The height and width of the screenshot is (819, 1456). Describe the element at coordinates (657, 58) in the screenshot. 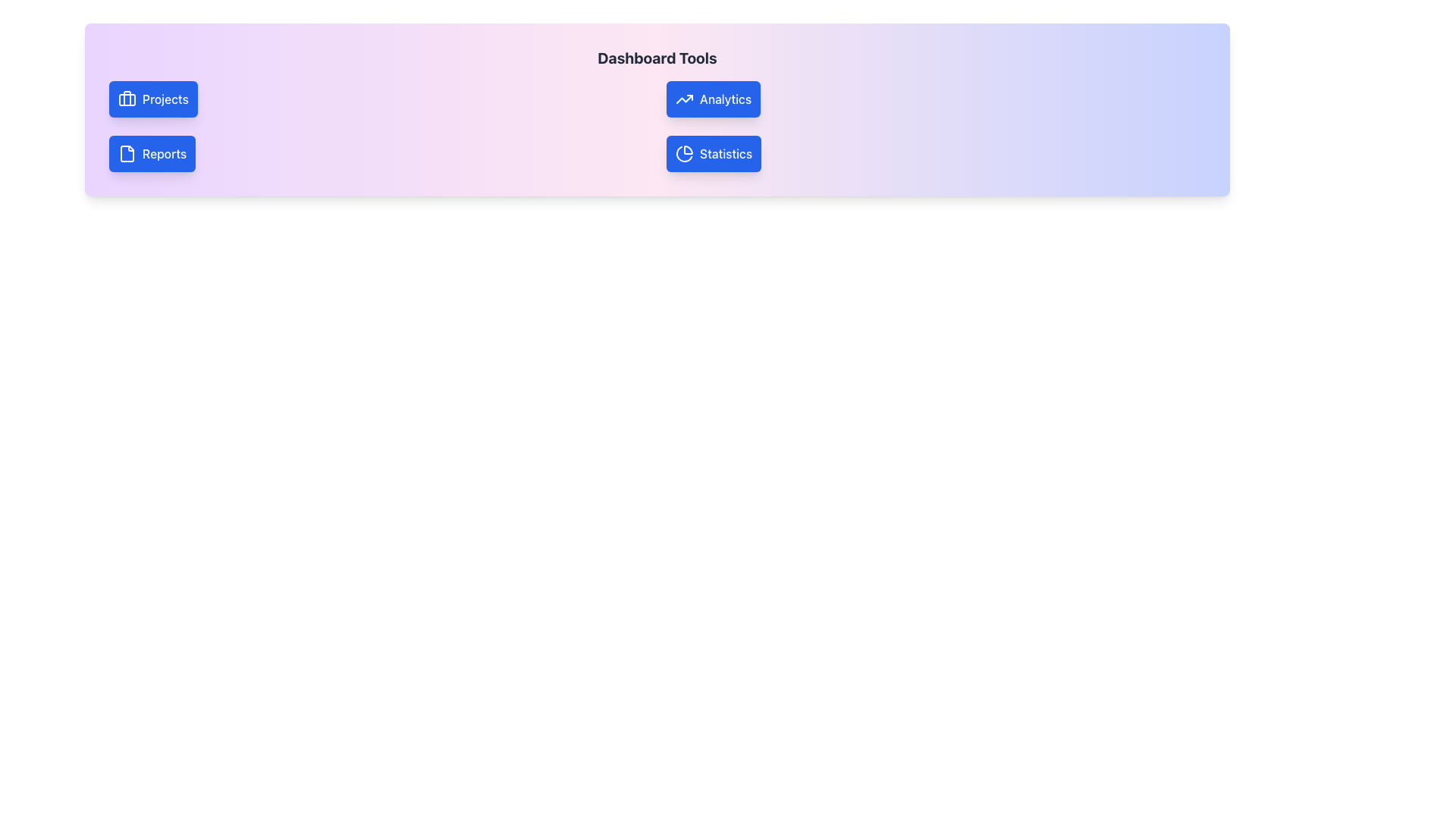

I see `the Text Label indicating the dashboard tools section, which is positioned at the top-center of the interface` at that location.